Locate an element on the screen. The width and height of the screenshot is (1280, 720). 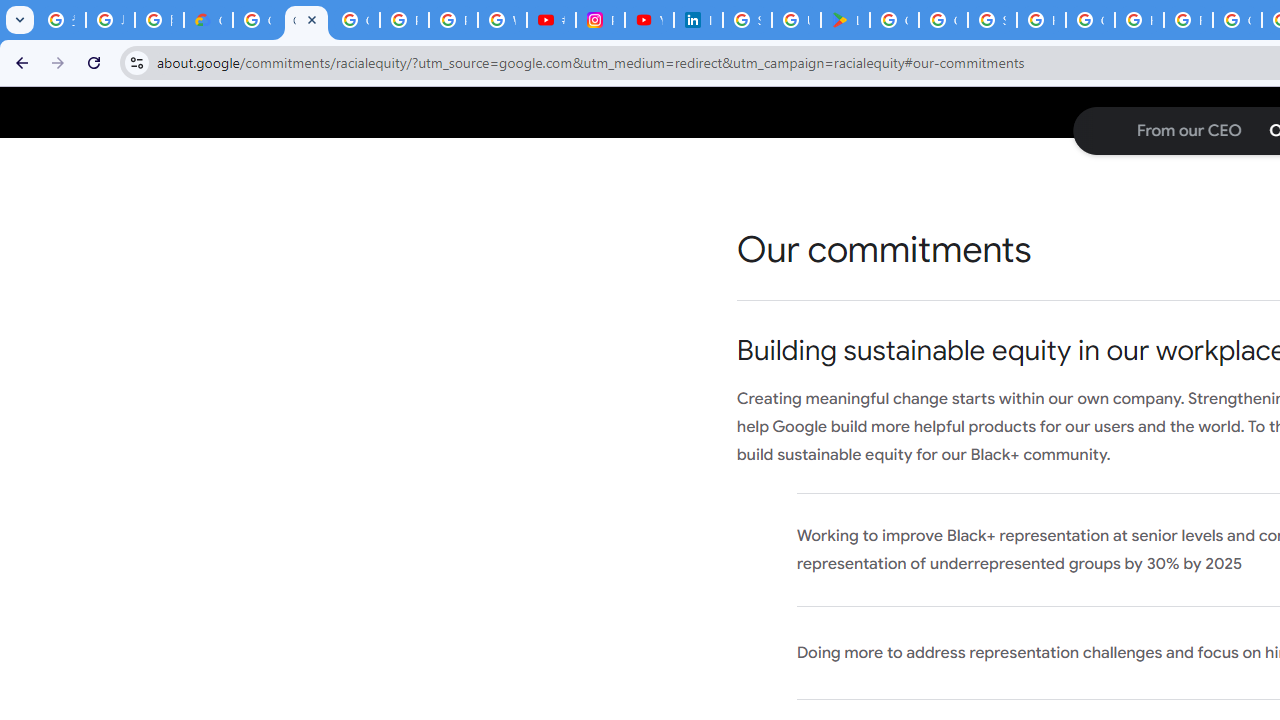
'Last Shelter: Survival - Apps on Google Play' is located at coordinates (845, 20).